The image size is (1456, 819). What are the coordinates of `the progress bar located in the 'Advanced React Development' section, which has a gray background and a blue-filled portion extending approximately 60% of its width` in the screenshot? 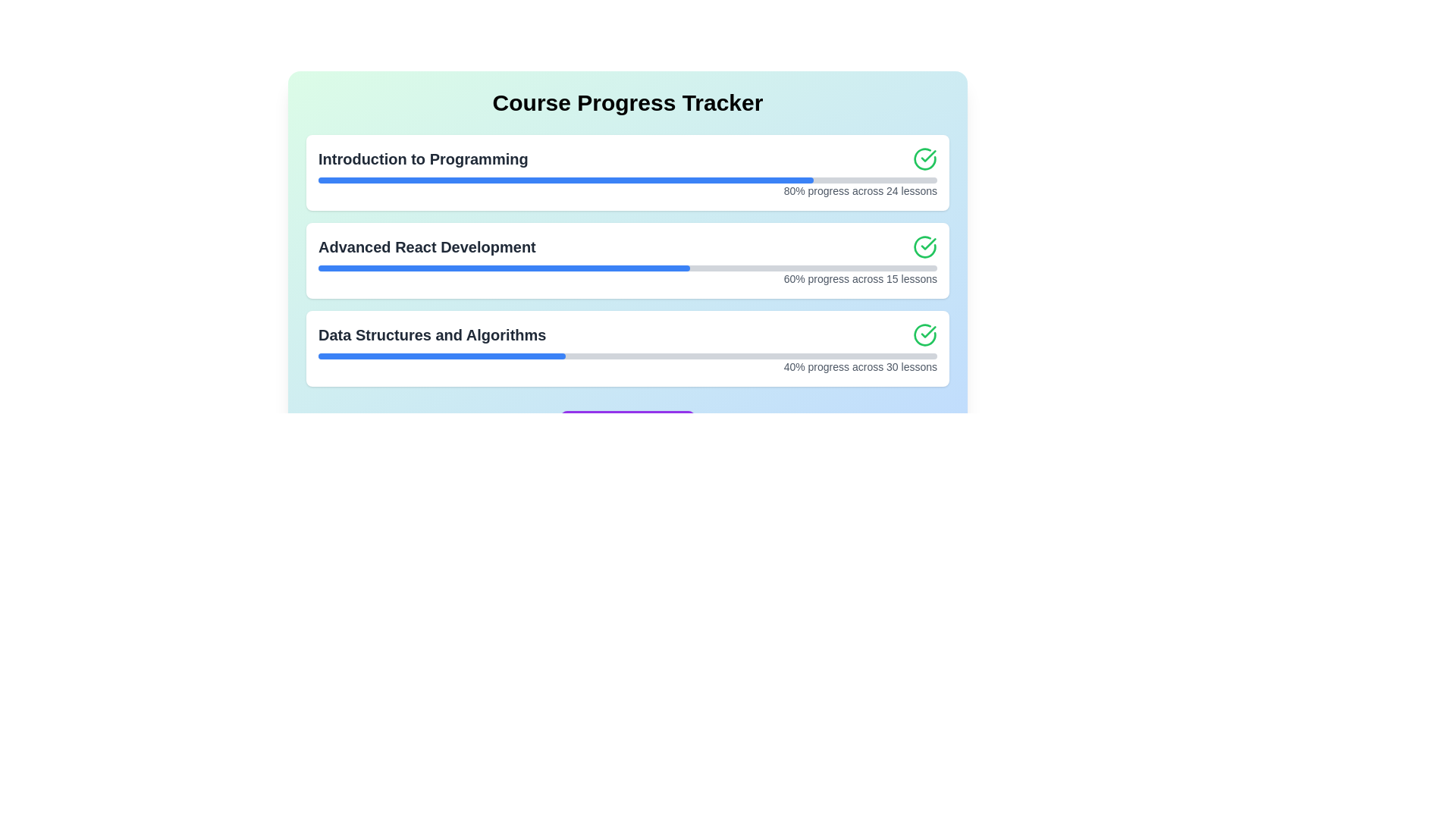 It's located at (628, 268).